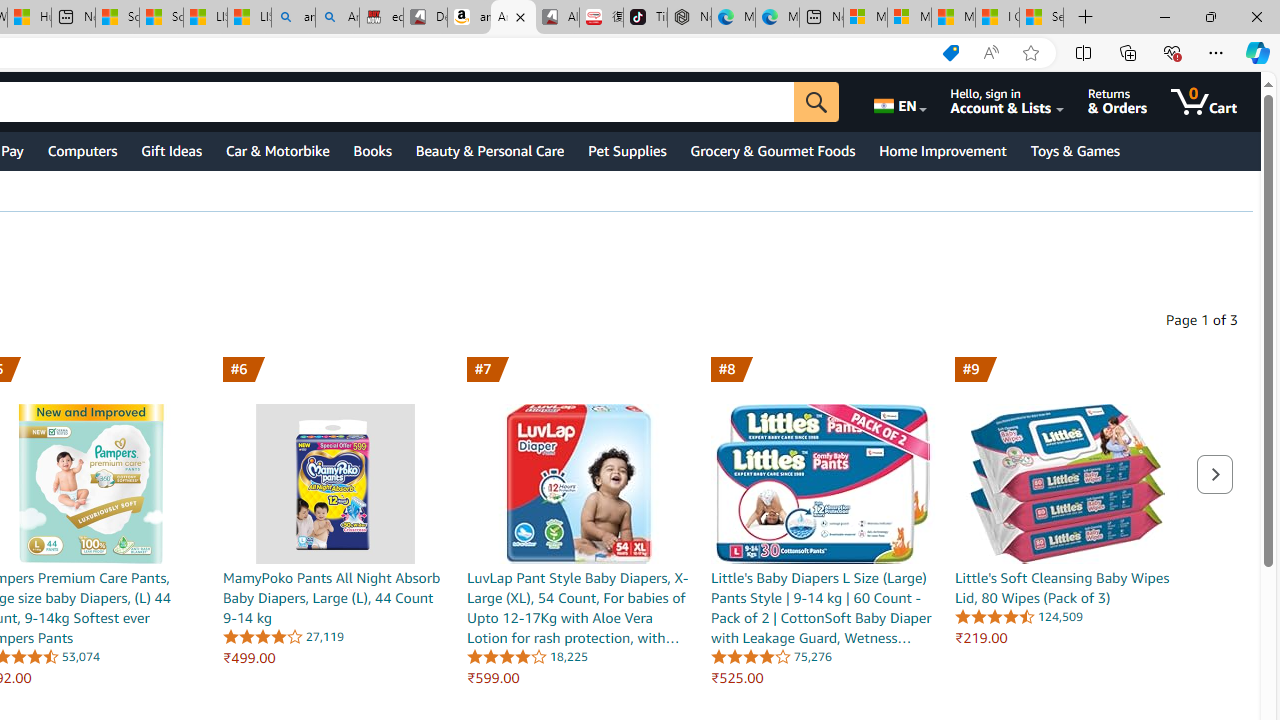 Image resolution: width=1280 pixels, height=720 pixels. Describe the element at coordinates (171, 149) in the screenshot. I see `'Gift Ideas'` at that location.